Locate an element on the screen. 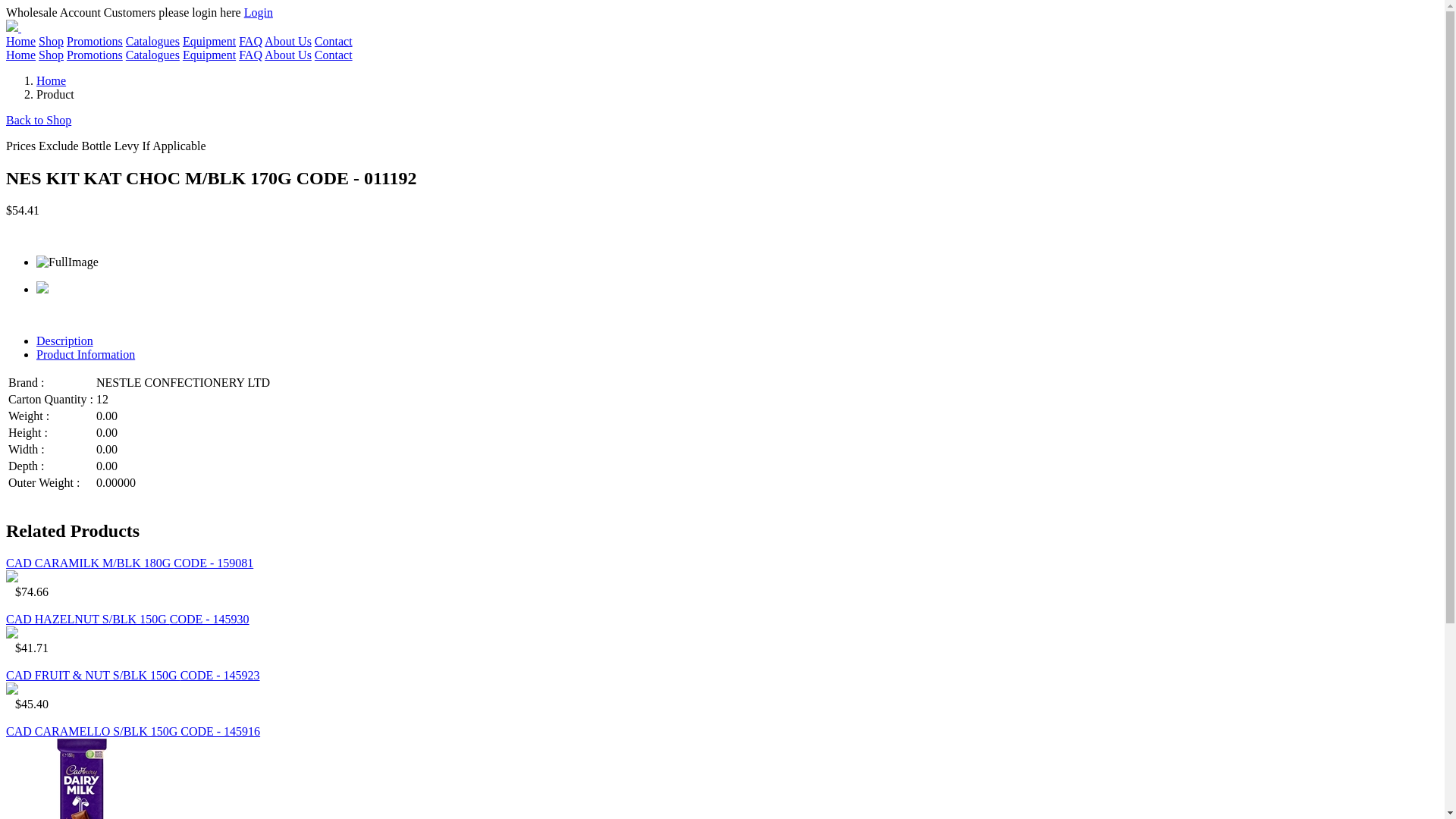  'Contact' is located at coordinates (333, 54).